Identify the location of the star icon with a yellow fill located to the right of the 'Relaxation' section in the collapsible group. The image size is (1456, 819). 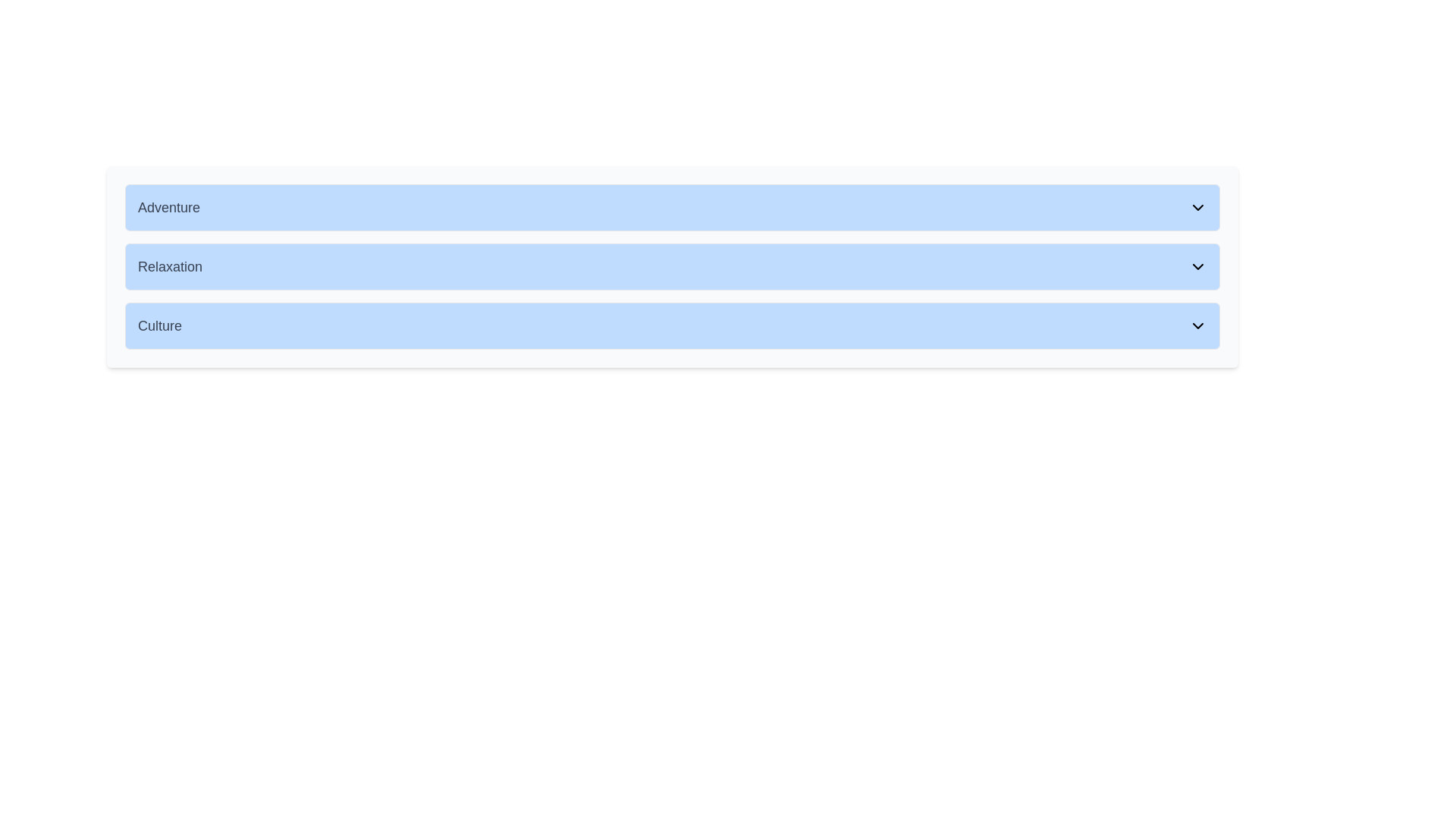
(1207, 261).